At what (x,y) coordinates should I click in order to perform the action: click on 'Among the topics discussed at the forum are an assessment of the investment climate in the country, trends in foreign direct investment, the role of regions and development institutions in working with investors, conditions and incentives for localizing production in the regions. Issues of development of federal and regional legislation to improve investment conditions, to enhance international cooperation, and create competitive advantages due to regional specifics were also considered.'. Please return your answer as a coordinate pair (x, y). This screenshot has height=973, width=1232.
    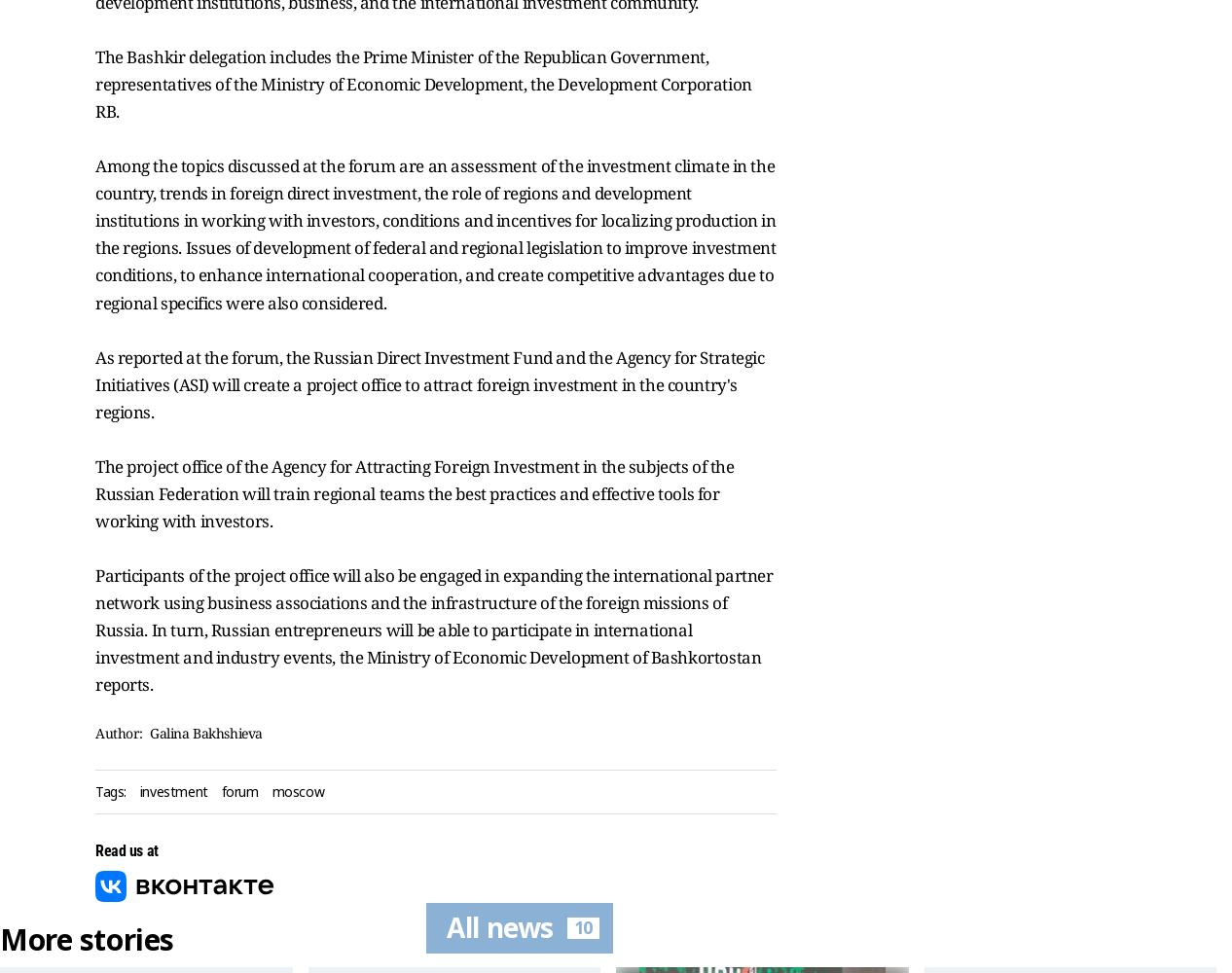
    Looking at the image, I should click on (434, 233).